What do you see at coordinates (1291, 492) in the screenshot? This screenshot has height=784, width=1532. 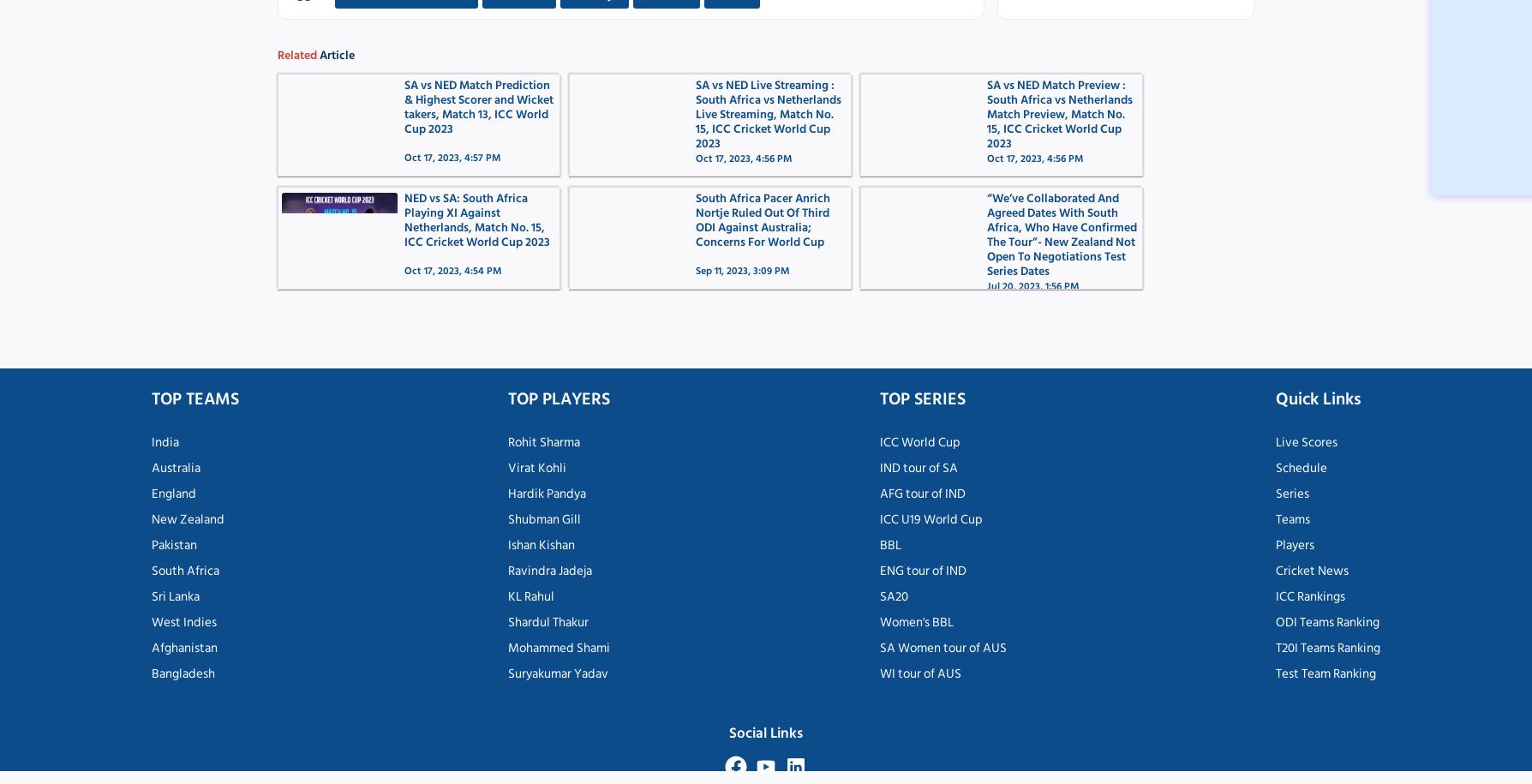 I see `'Series'` at bounding box center [1291, 492].